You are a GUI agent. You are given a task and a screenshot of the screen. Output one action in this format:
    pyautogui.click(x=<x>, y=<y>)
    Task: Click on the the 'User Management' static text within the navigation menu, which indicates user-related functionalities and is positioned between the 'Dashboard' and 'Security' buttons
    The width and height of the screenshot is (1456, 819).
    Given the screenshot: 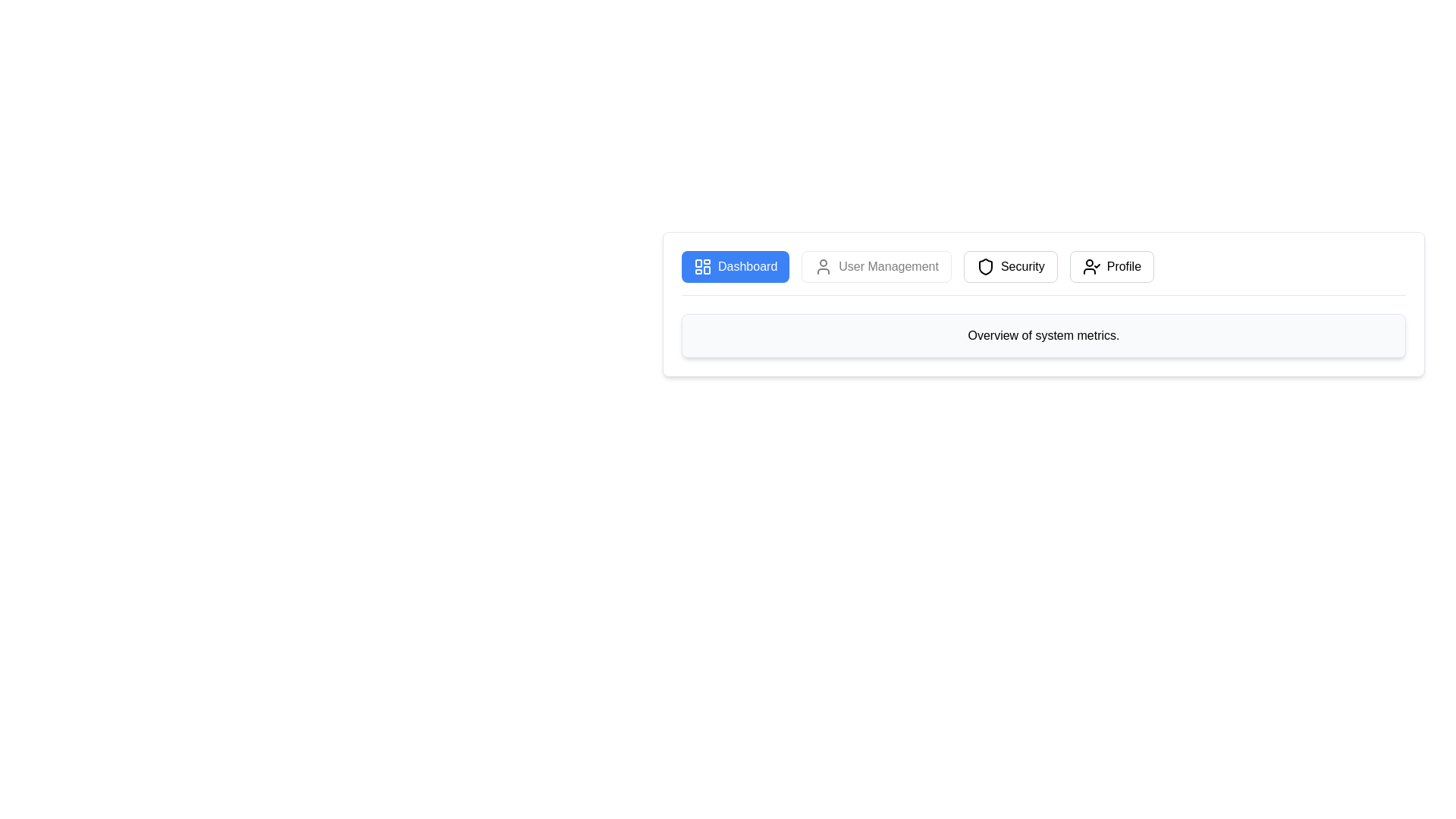 What is the action you would take?
    pyautogui.click(x=889, y=265)
    